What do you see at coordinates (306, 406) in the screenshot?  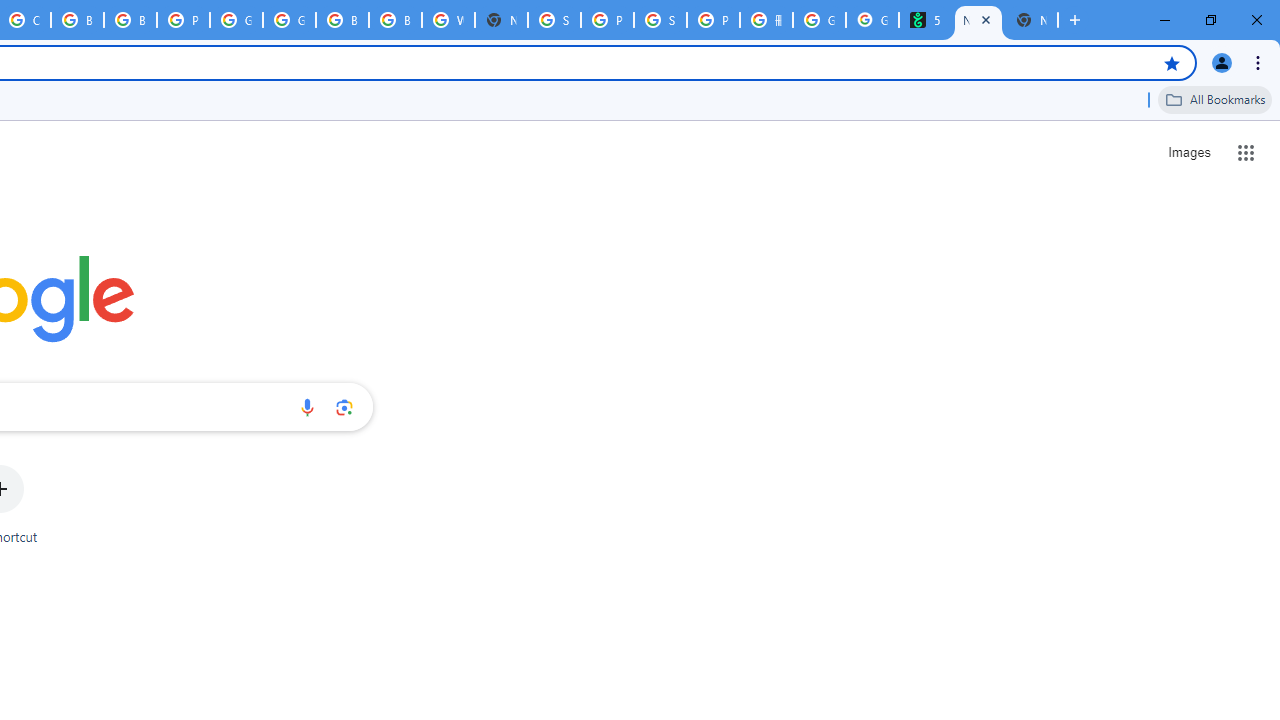 I see `'Search by voice'` at bounding box center [306, 406].